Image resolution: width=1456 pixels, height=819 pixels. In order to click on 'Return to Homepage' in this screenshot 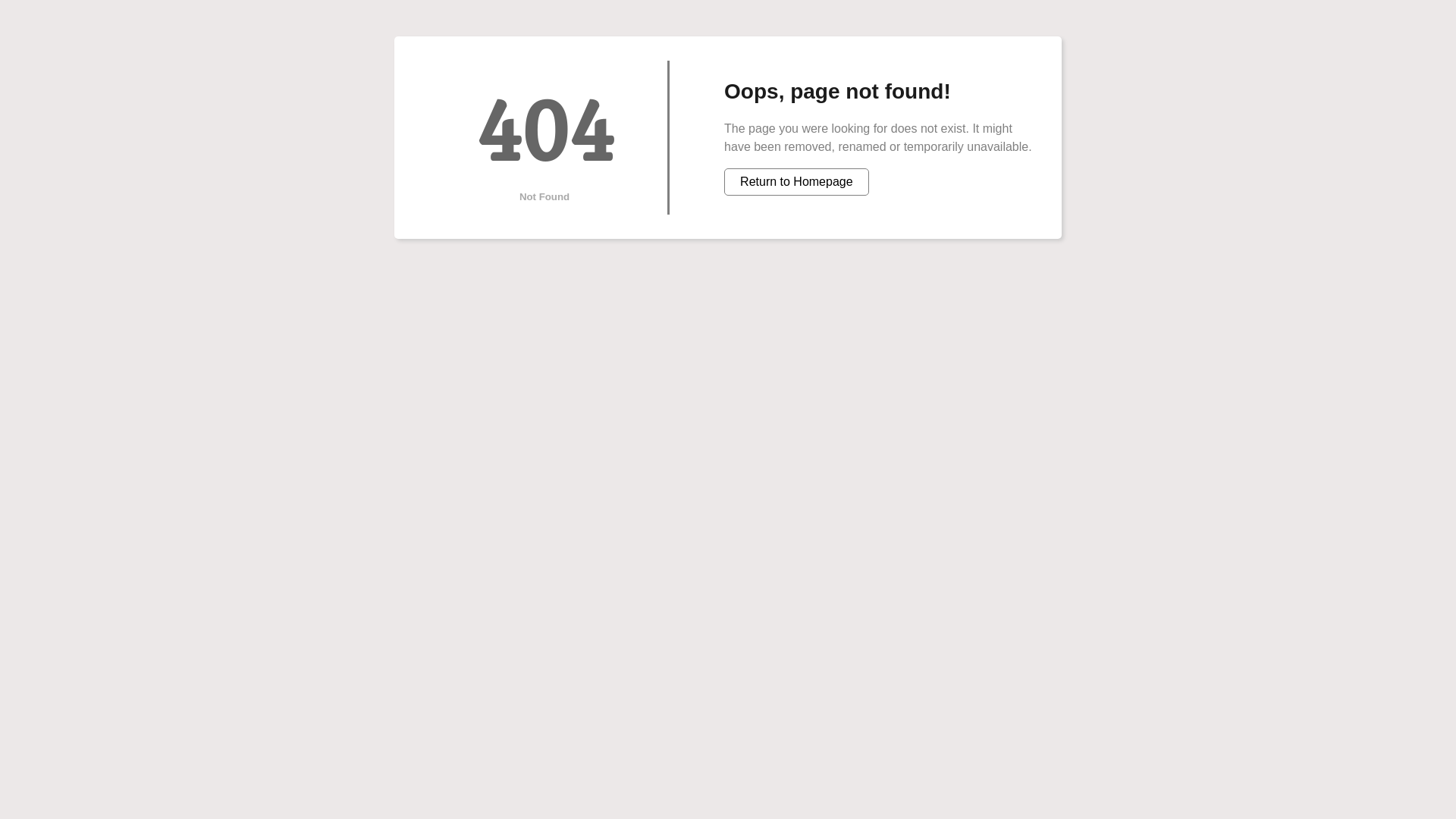, I will do `click(723, 180)`.